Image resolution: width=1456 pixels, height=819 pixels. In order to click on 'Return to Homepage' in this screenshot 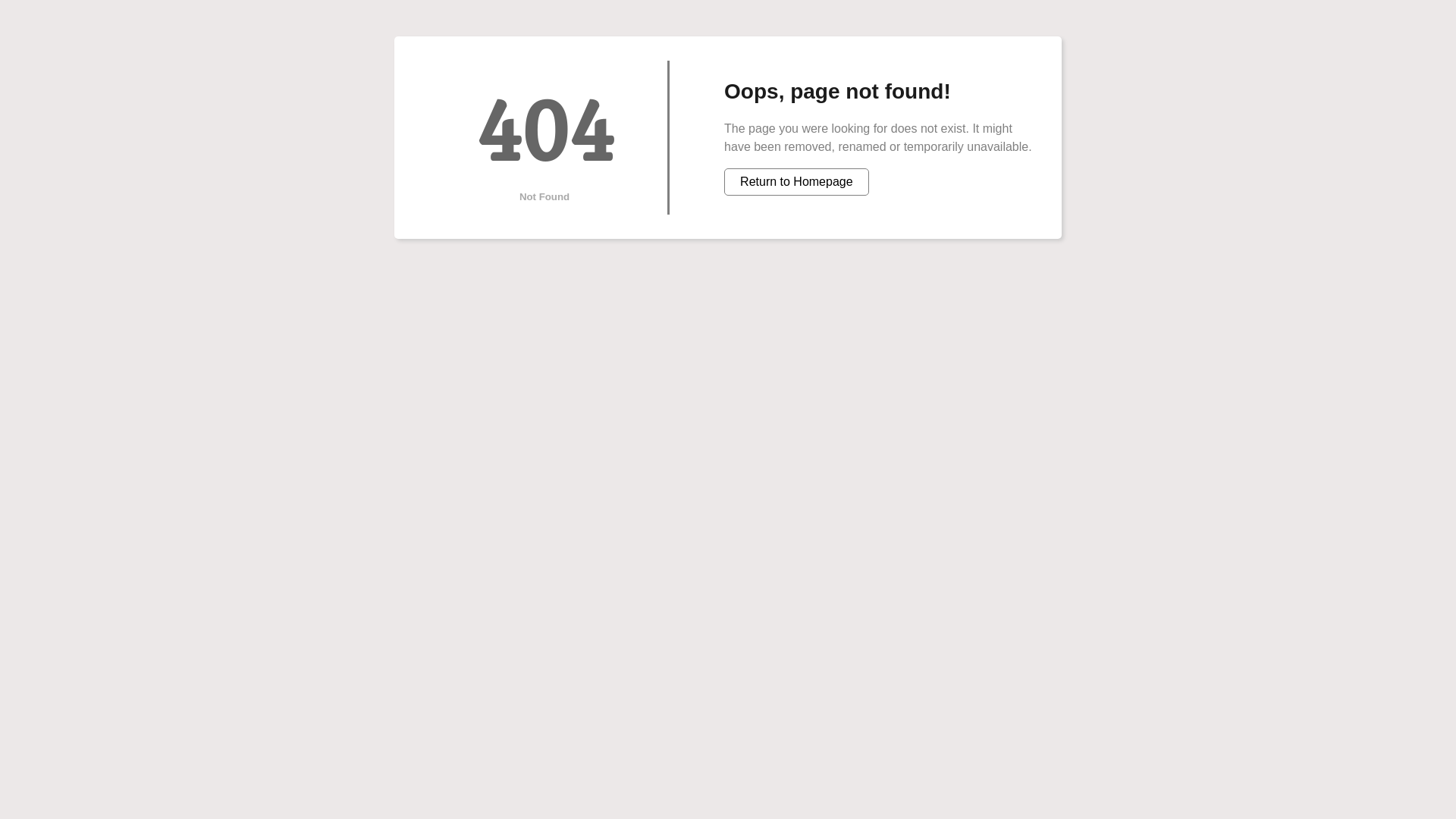, I will do `click(723, 180)`.